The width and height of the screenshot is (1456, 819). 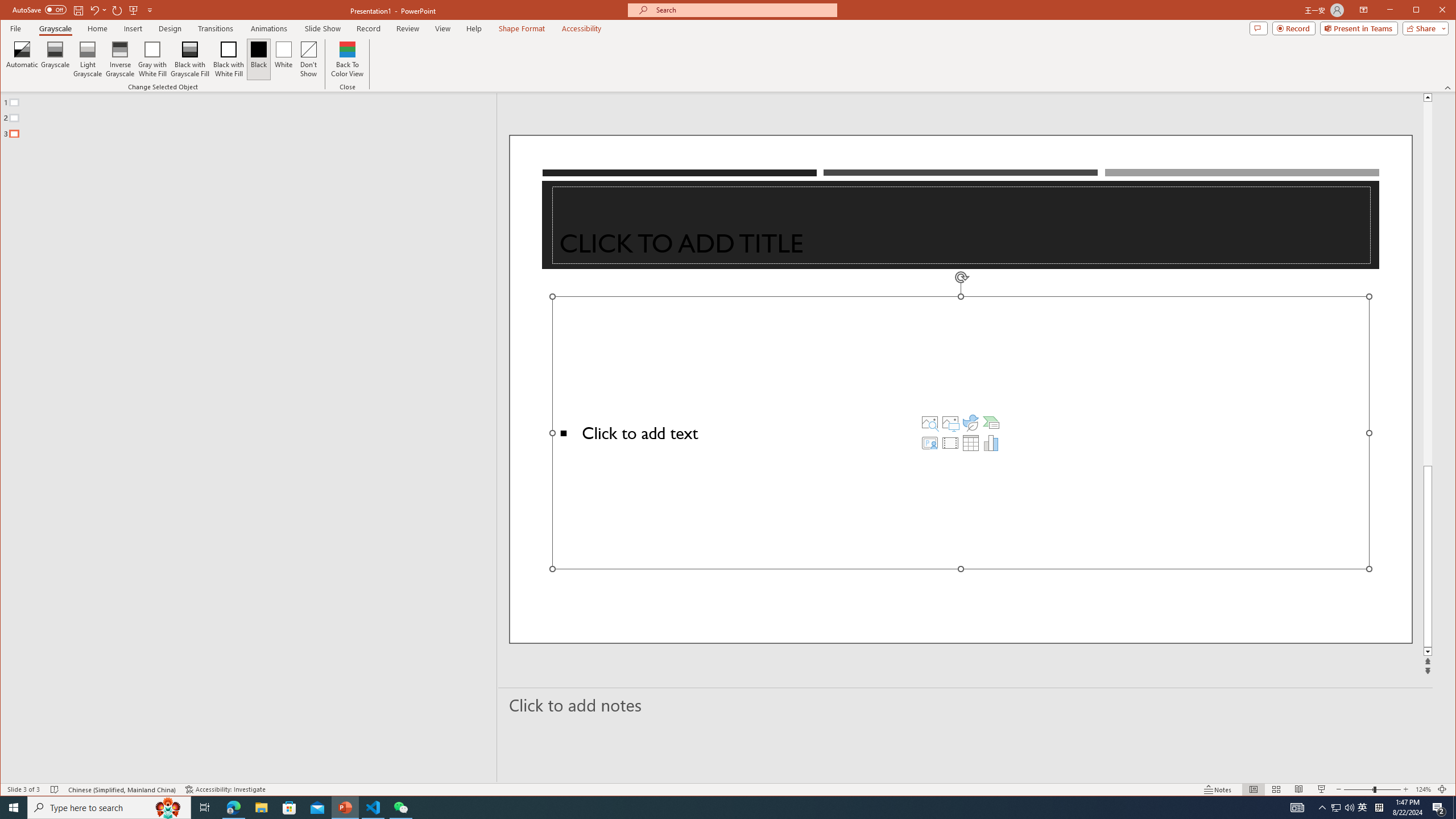 I want to click on 'Home', so click(x=97, y=28).